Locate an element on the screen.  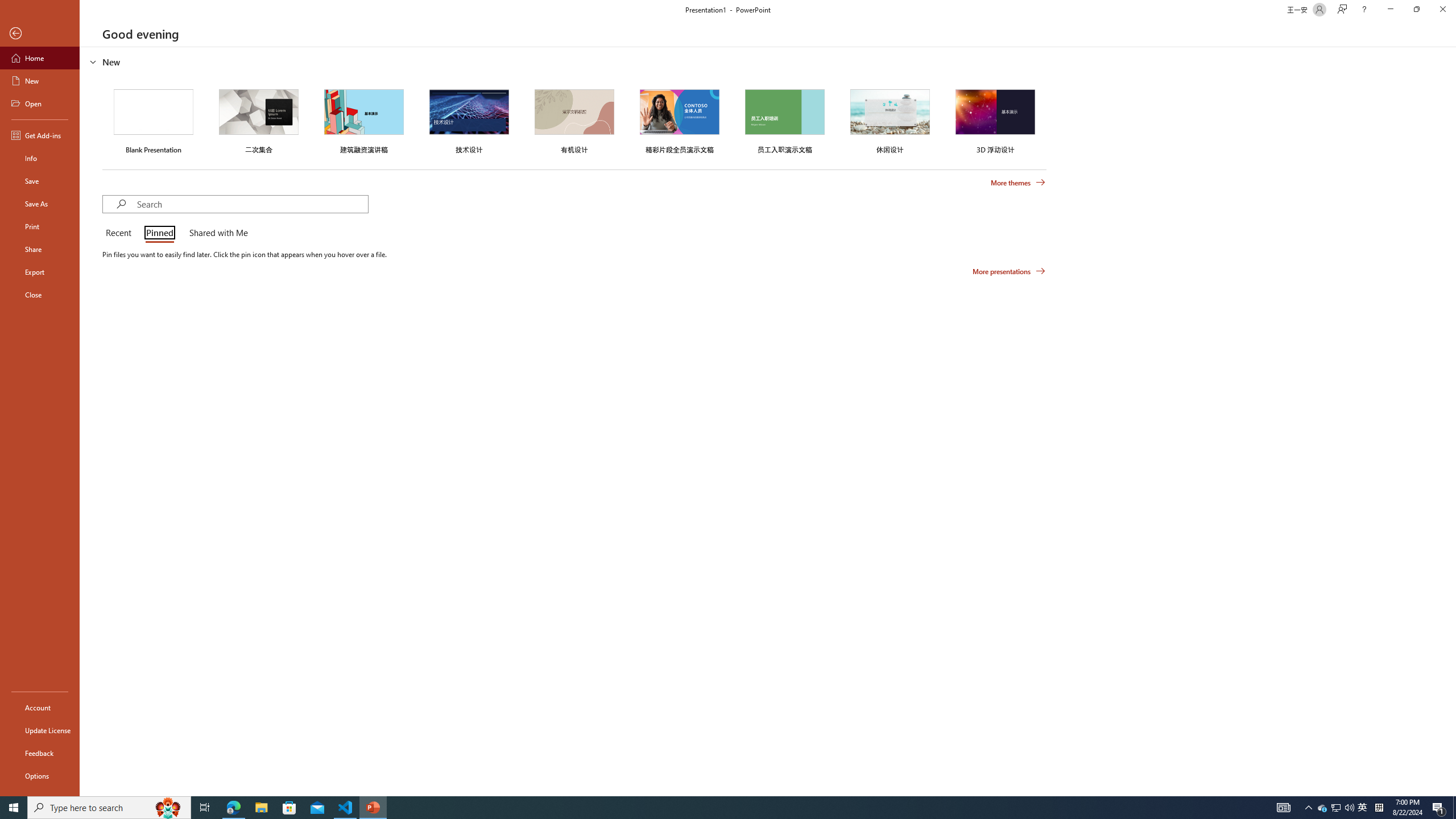
'Print' is located at coordinates (39, 226).